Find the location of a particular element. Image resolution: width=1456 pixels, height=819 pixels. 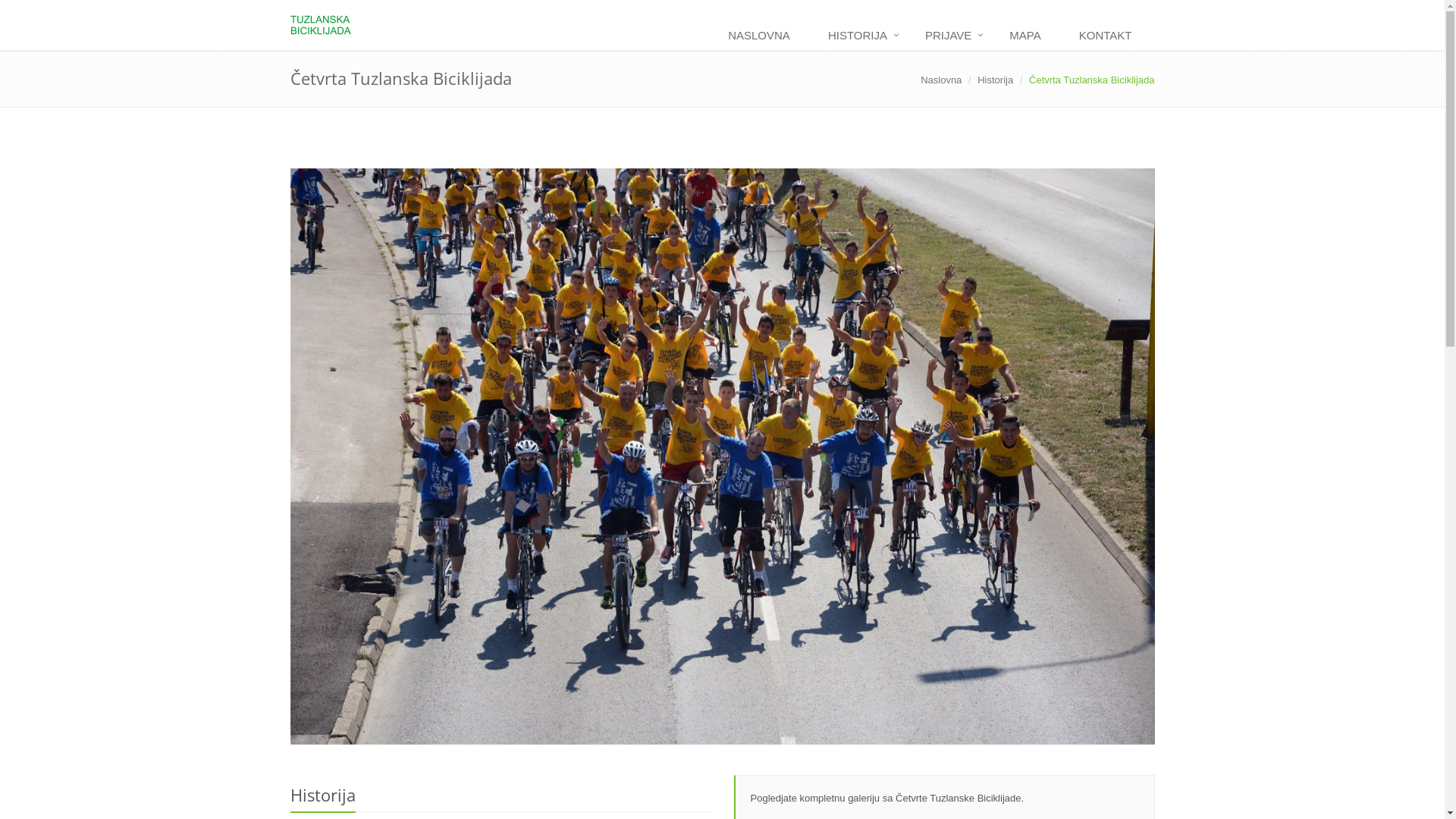

'PRIJAVE' is located at coordinates (910, 35).